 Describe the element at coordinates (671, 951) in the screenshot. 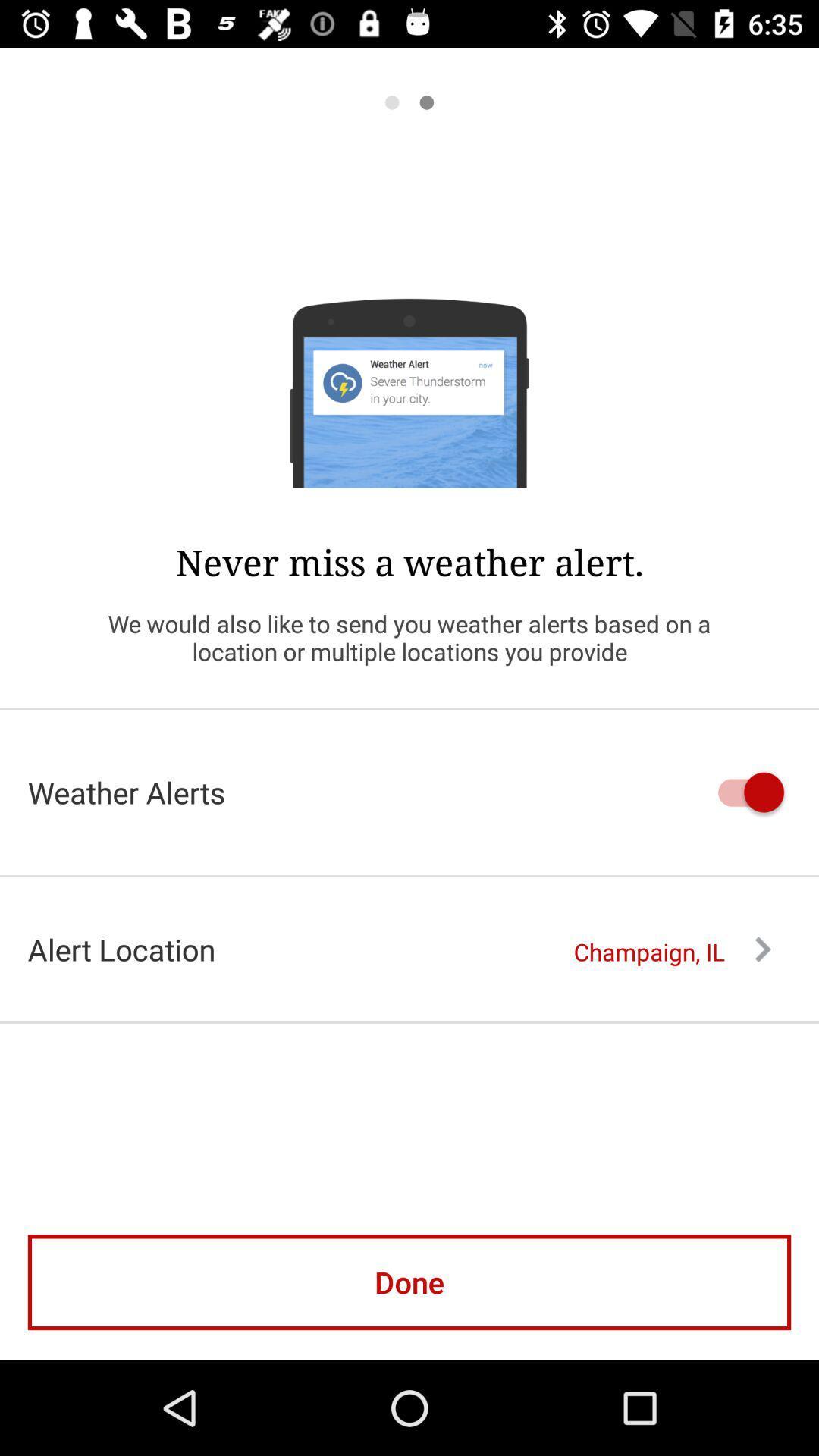

I see `the item to the right of alert location` at that location.